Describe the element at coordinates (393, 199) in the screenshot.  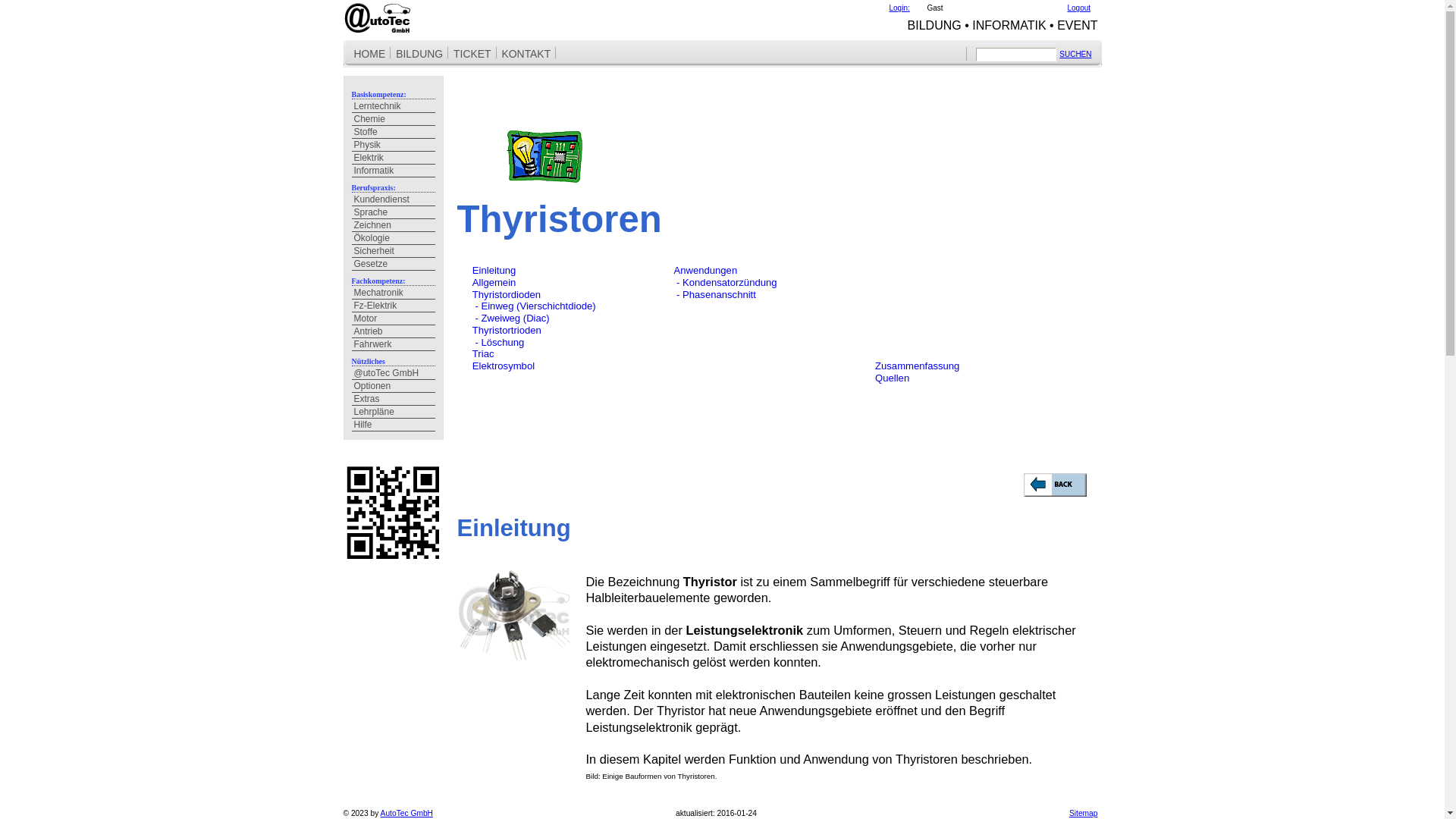
I see `'Kundendienst'` at that location.